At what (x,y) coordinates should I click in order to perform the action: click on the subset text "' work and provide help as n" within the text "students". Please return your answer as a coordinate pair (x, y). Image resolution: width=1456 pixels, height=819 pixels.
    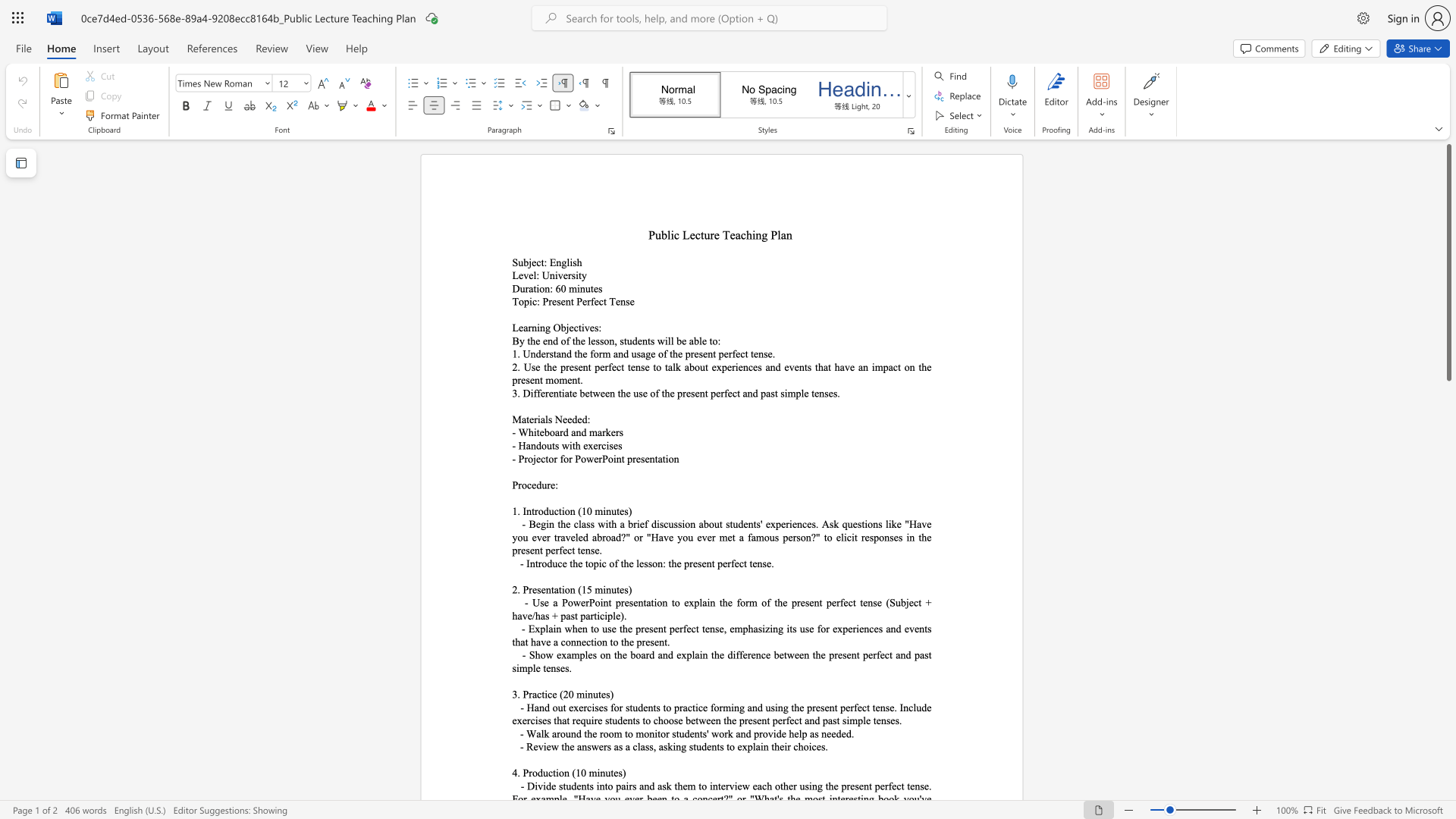
    Looking at the image, I should click on (706, 733).